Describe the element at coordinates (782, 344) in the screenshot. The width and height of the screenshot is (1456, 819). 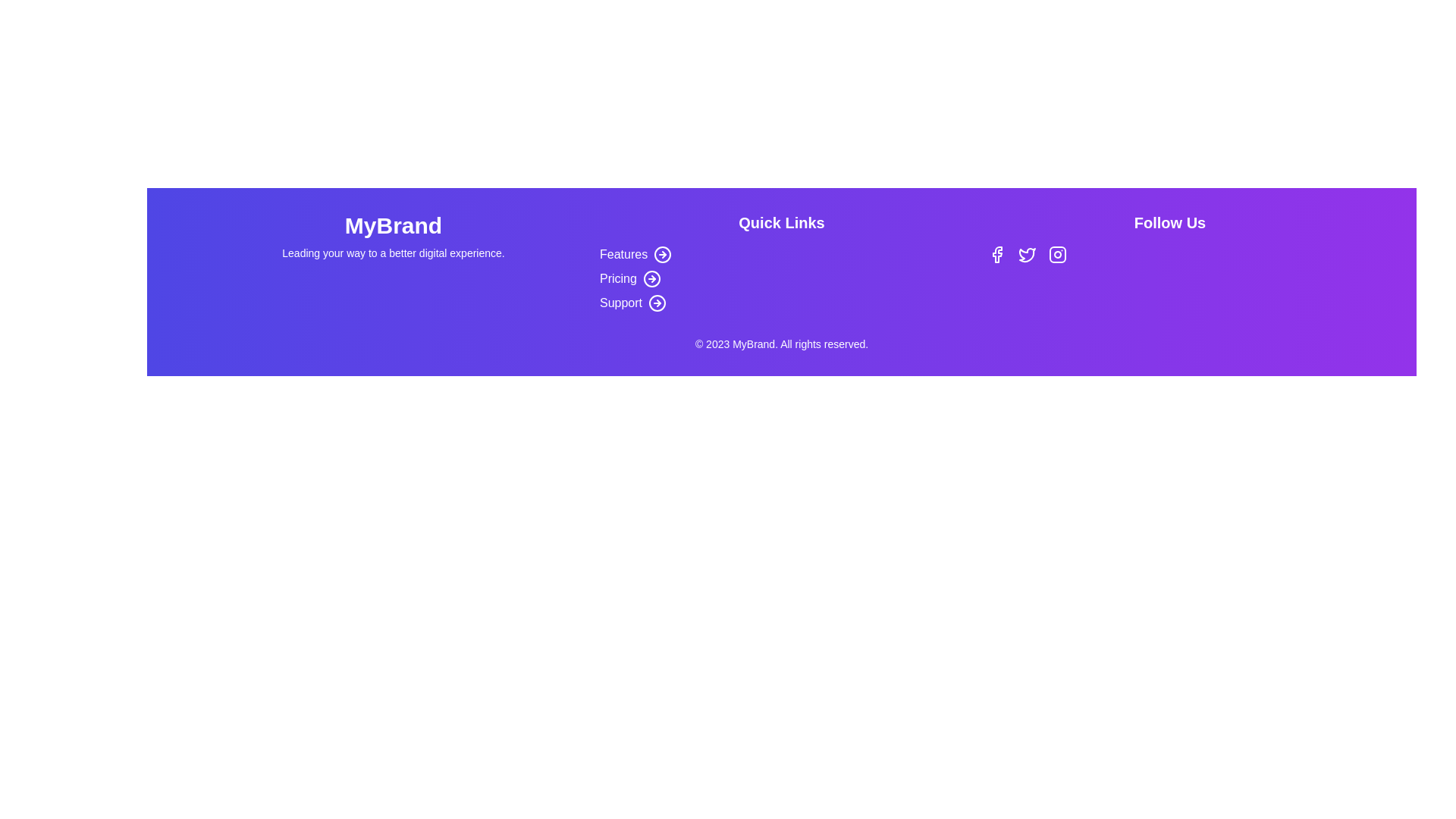
I see `the copyright notice text located at the bottom of the footer section, which is centered horizontally and has a gradient background with white text` at that location.